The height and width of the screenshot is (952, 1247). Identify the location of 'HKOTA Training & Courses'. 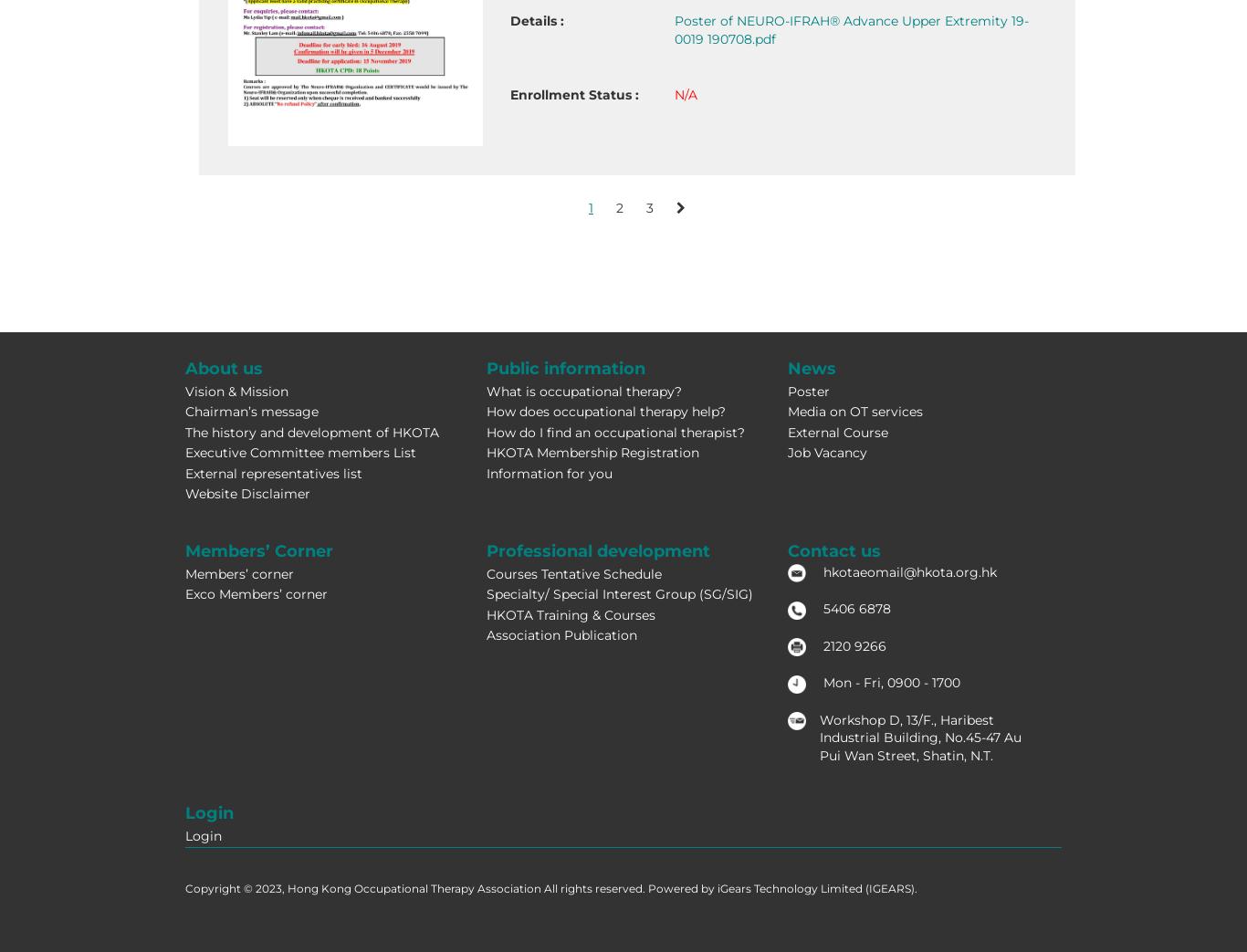
(569, 614).